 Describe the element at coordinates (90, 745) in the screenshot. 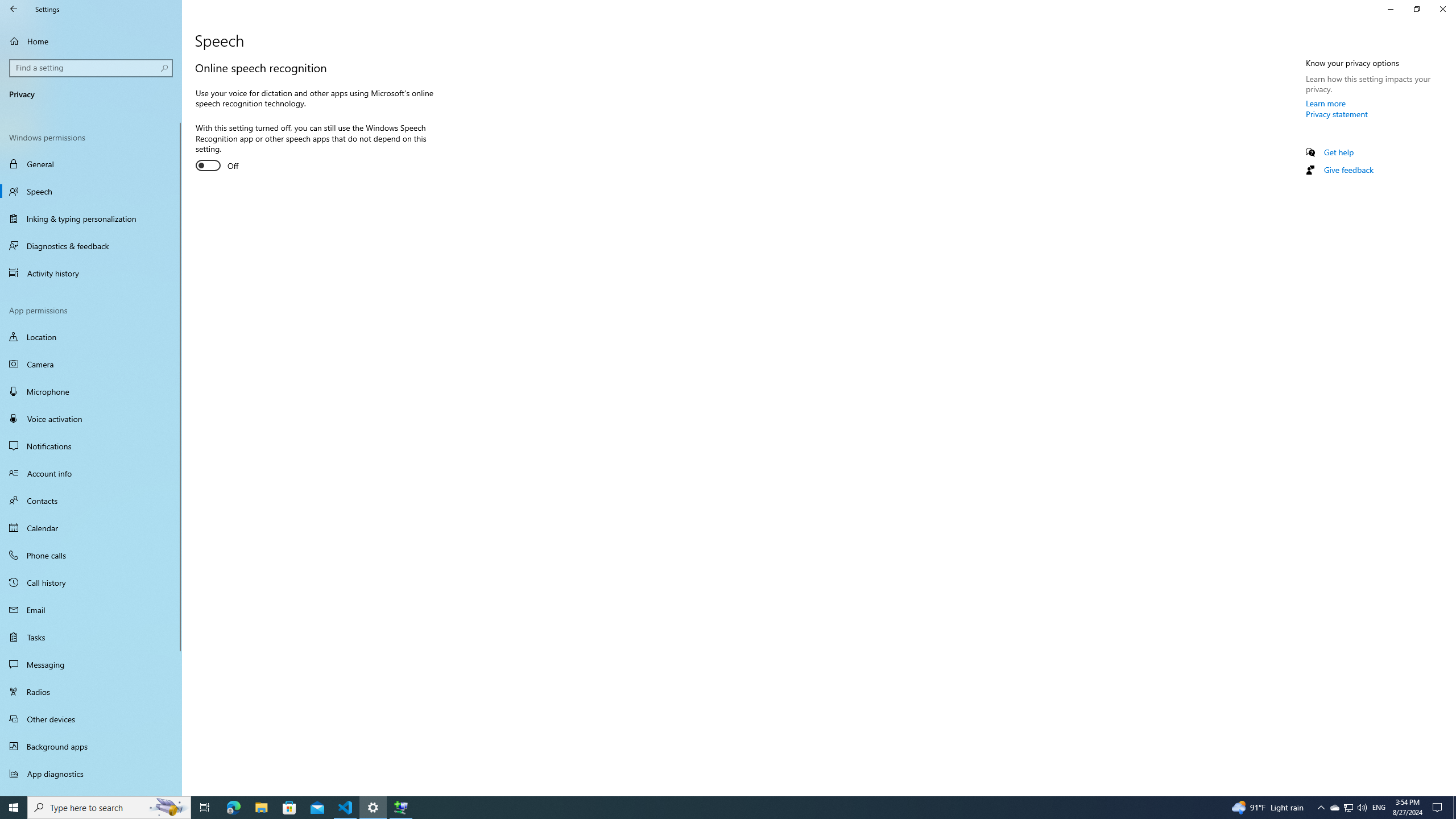

I see `'Background apps'` at that location.